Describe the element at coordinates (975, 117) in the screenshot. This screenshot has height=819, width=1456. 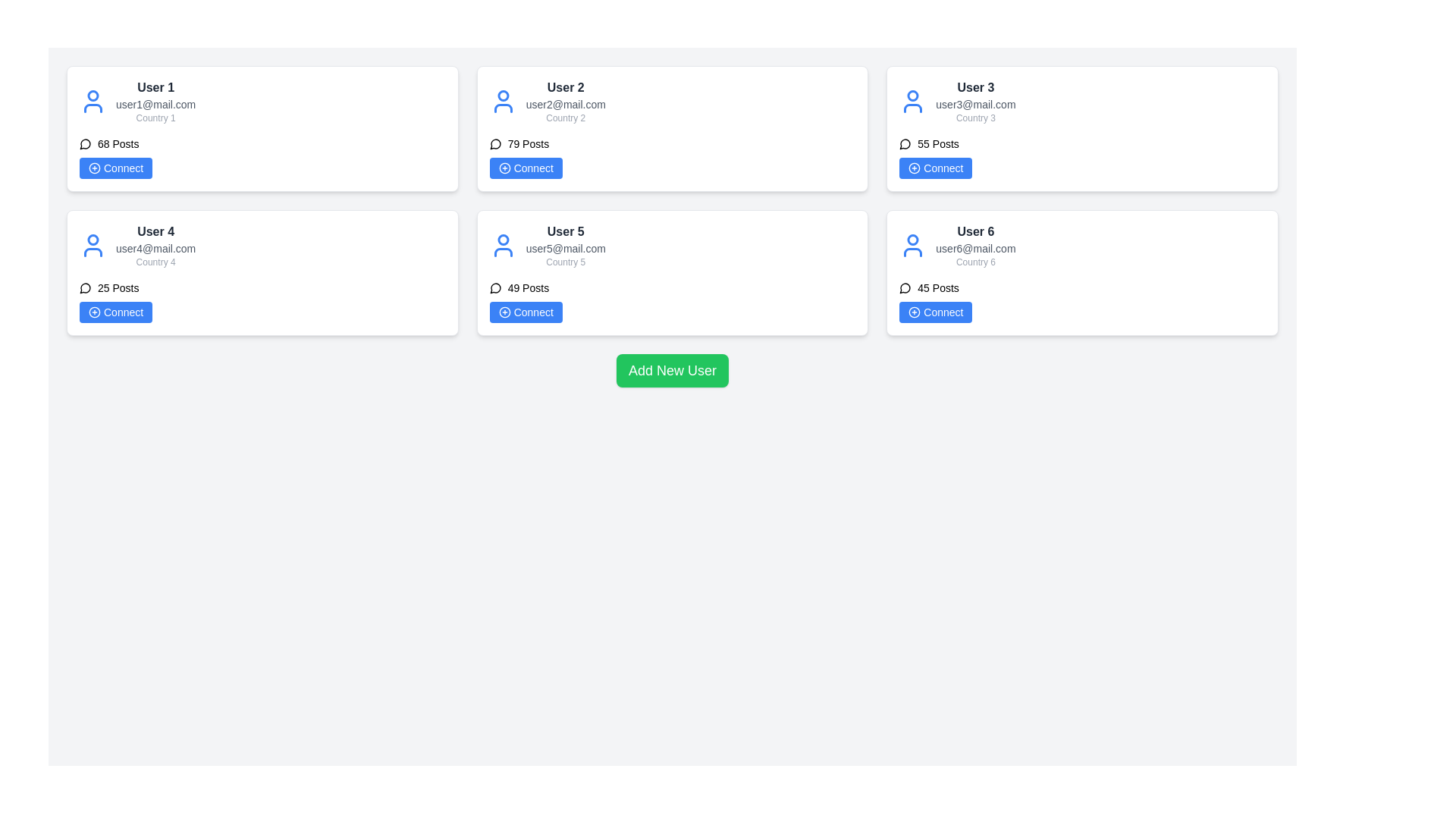
I see `content displayed in the text element that shows the user's country within the user card of 'User 3', located under the email 'user3@mail.com'` at that location.